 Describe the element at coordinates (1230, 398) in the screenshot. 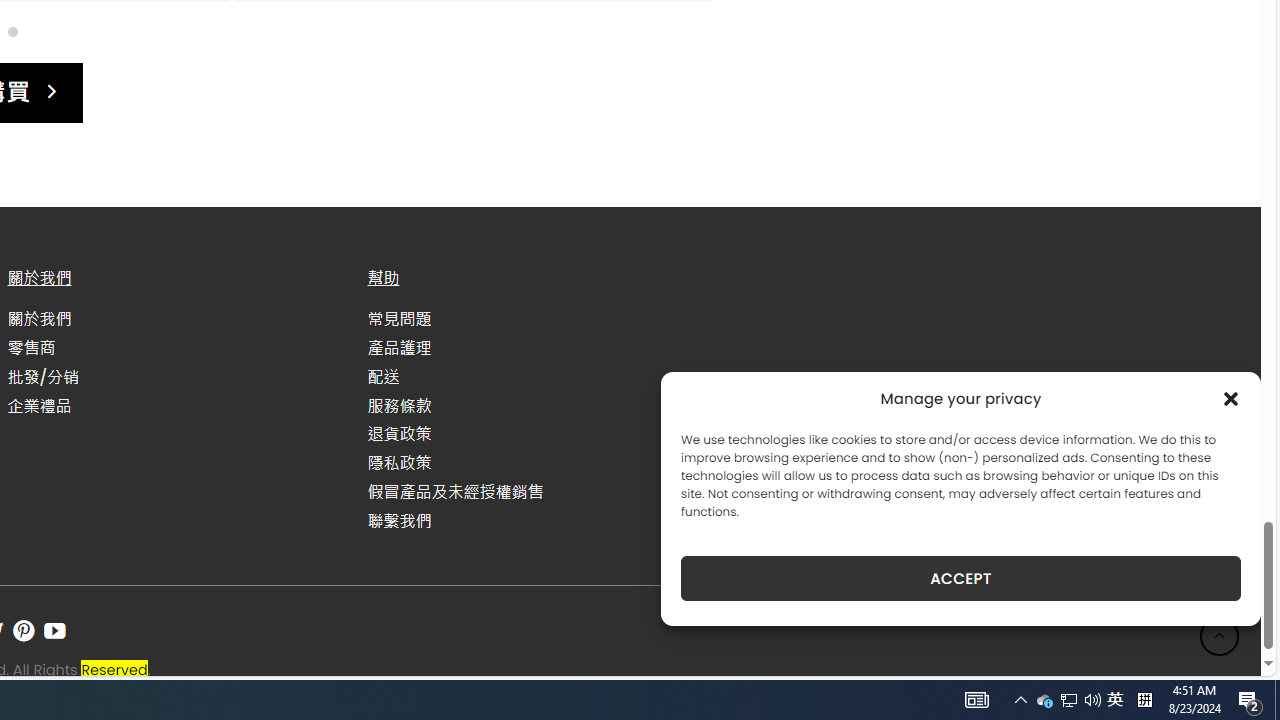

I see `'Class: cmplz-close'` at that location.